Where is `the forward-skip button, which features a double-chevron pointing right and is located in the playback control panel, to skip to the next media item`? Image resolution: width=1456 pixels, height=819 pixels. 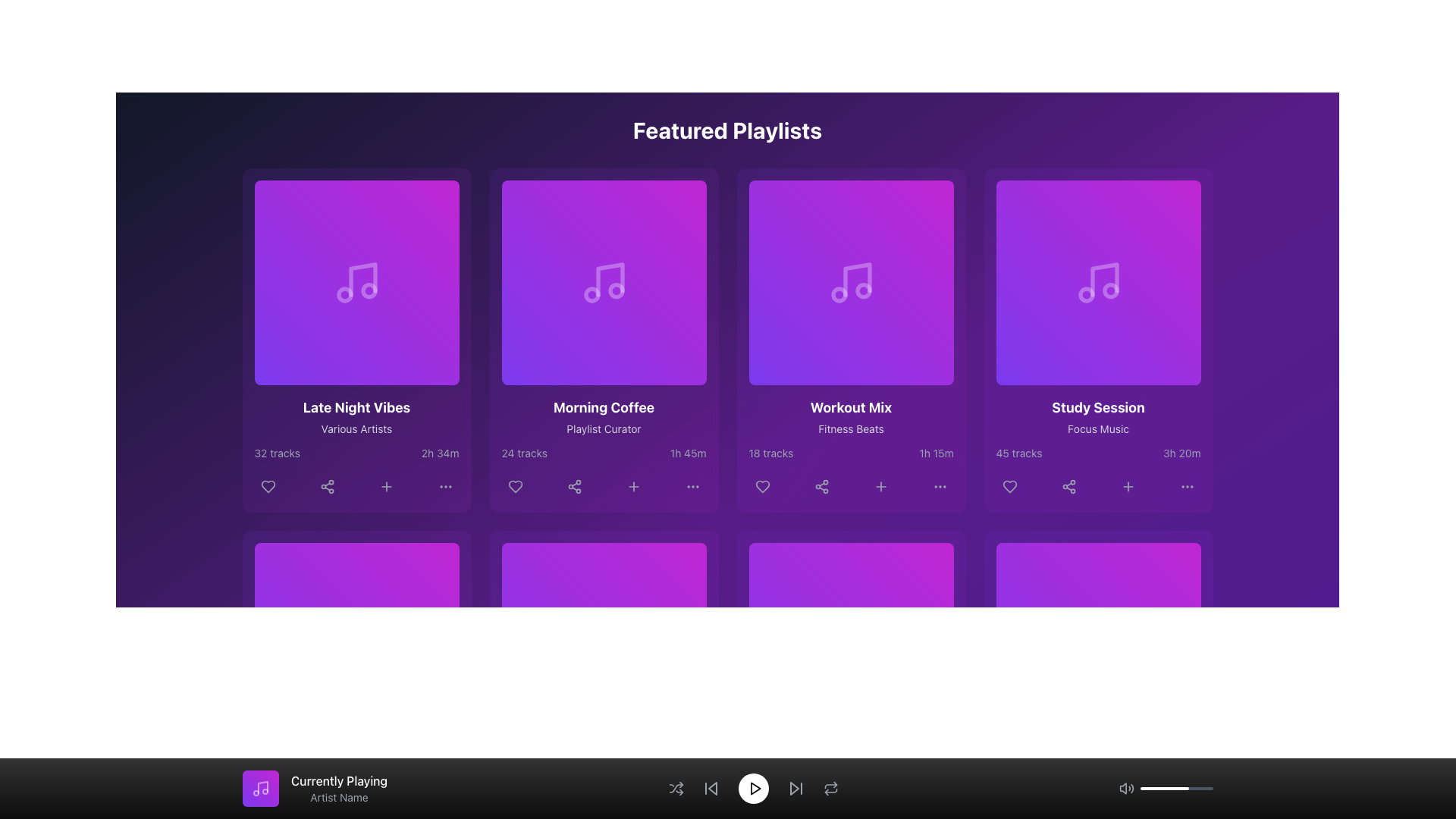 the forward-skip button, which features a double-chevron pointing right and is located in the playback control panel, to skip to the next media item is located at coordinates (795, 788).